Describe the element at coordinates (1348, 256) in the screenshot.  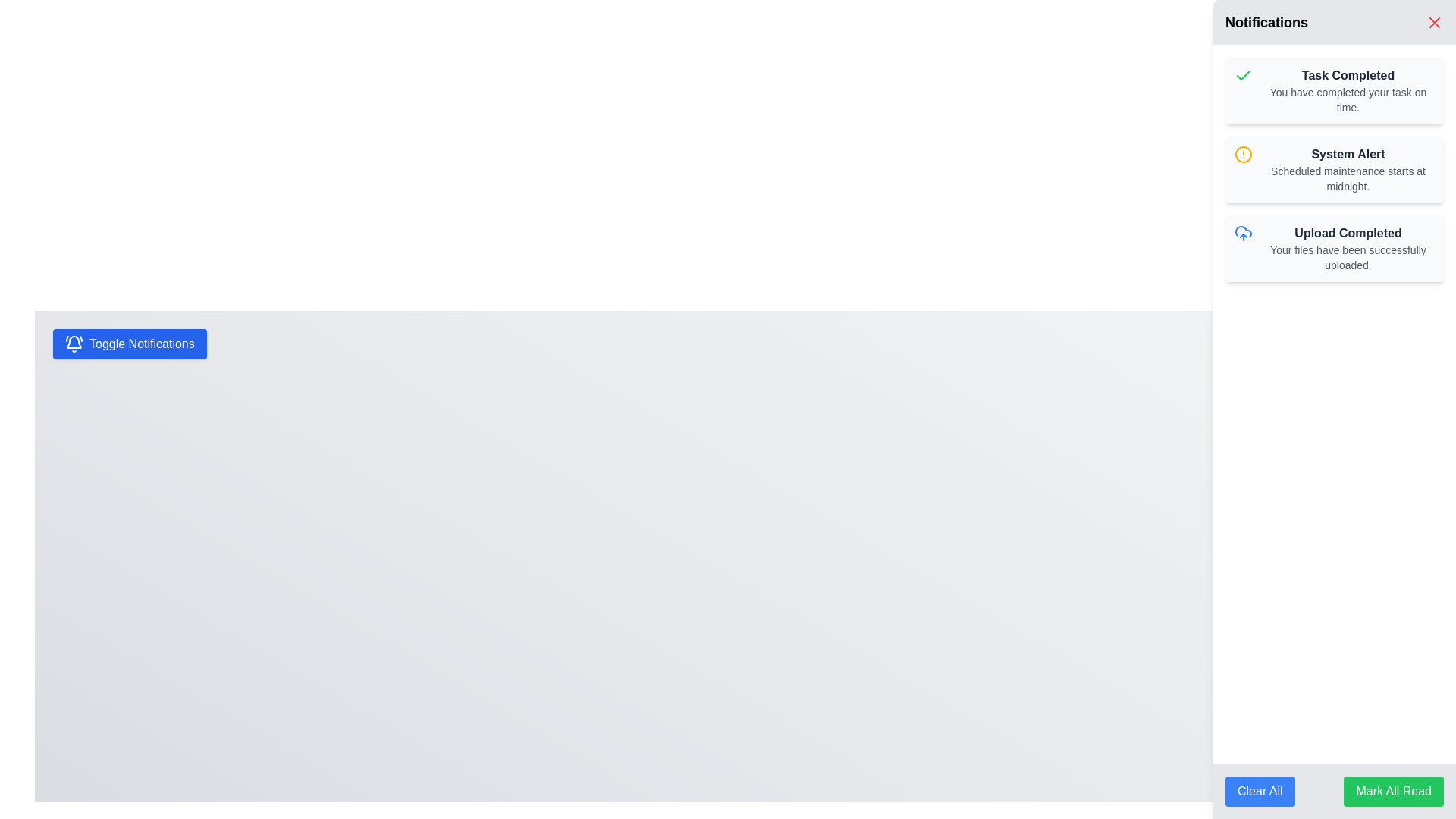
I see `the text element that reads 'Your files have been successfully uploaded.' in the notifications panel, which is styled in gray and positioned below the bold heading 'Upload Completed.'` at that location.